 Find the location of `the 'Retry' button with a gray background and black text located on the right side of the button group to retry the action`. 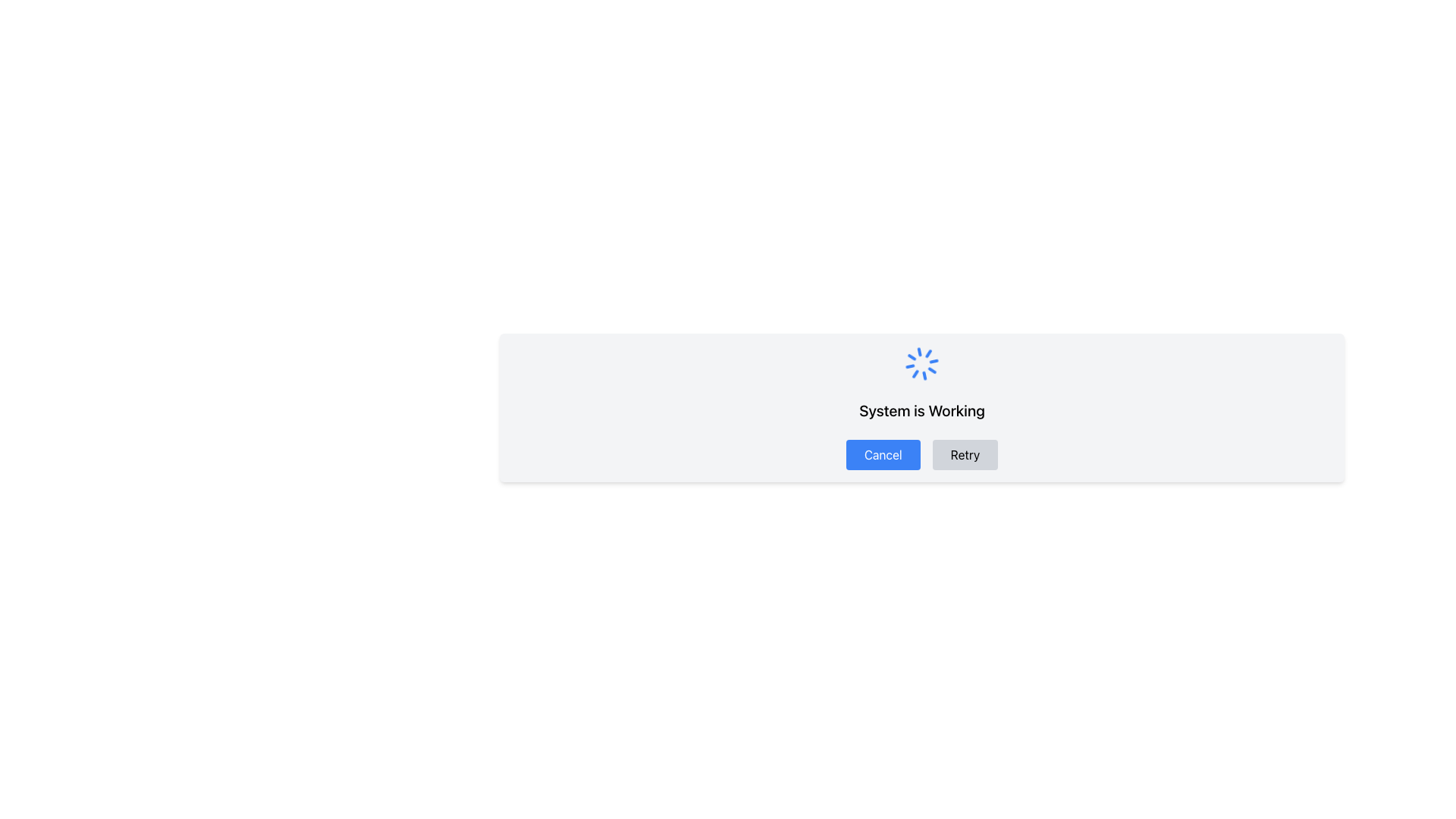

the 'Retry' button with a gray background and black text located on the right side of the button group to retry the action is located at coordinates (964, 454).